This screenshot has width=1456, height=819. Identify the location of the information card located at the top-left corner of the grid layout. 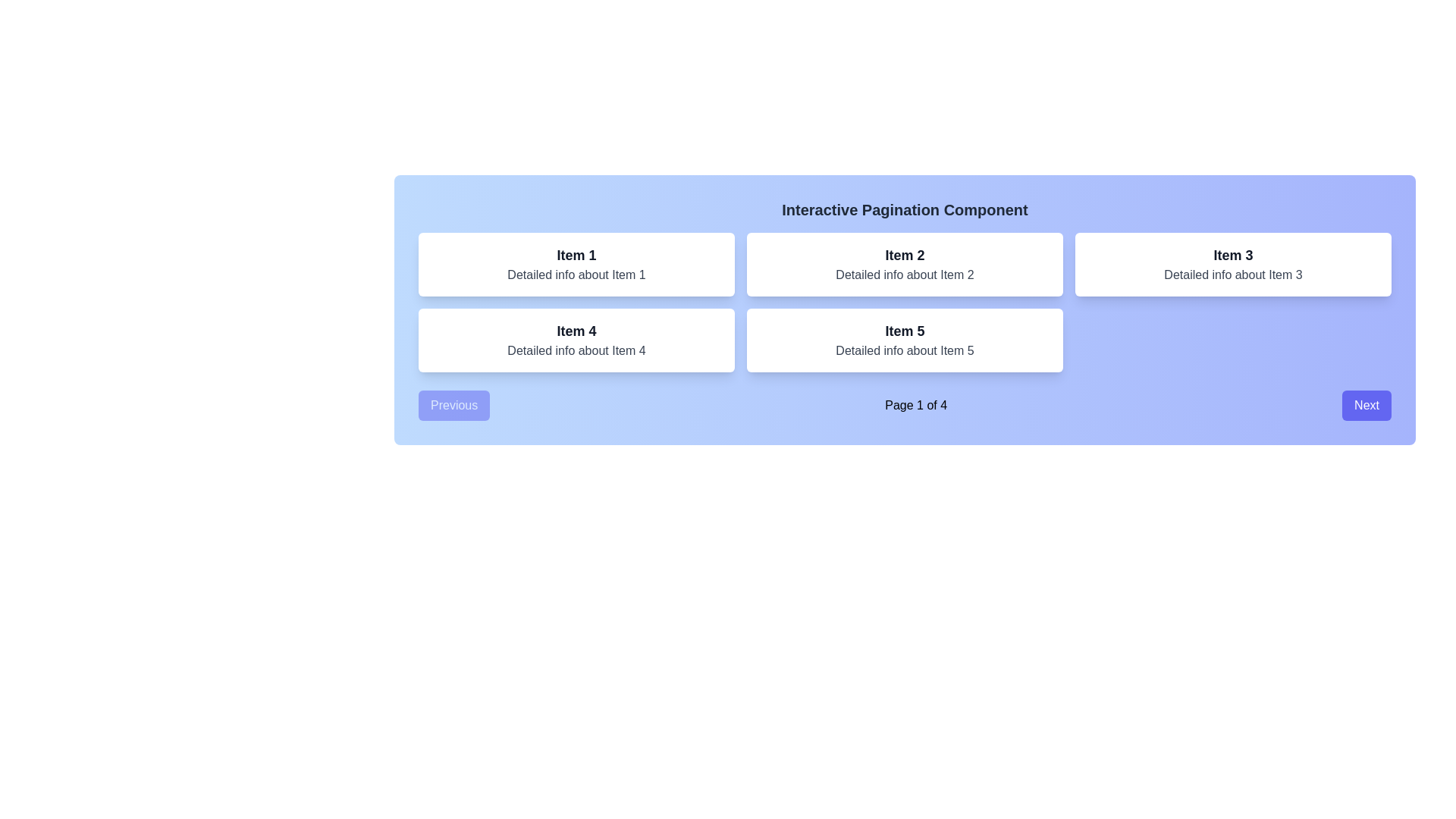
(576, 263).